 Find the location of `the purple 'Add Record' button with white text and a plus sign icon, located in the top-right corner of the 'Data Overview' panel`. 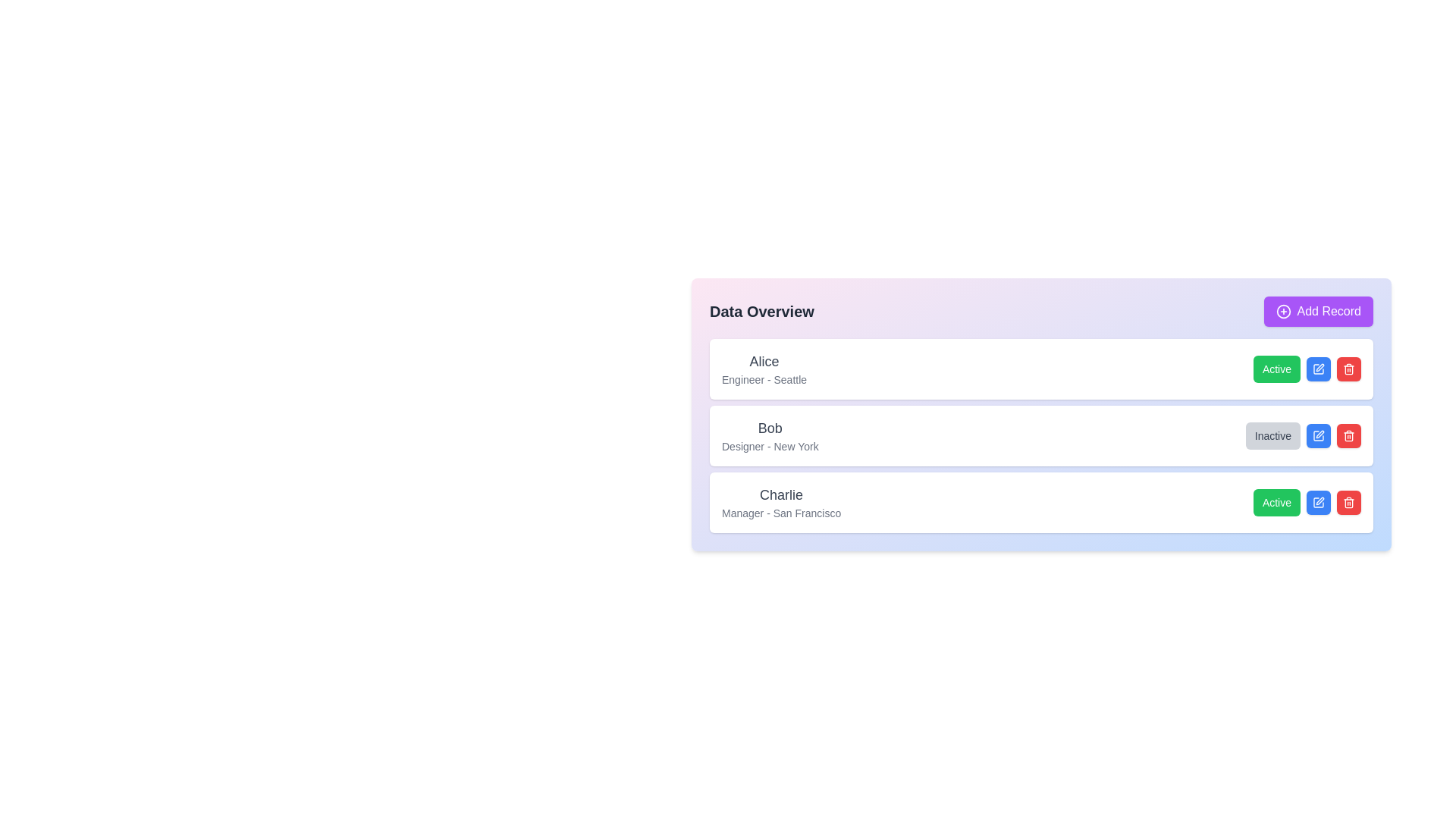

the purple 'Add Record' button with white text and a plus sign icon, located in the top-right corner of the 'Data Overview' panel is located at coordinates (1317, 311).